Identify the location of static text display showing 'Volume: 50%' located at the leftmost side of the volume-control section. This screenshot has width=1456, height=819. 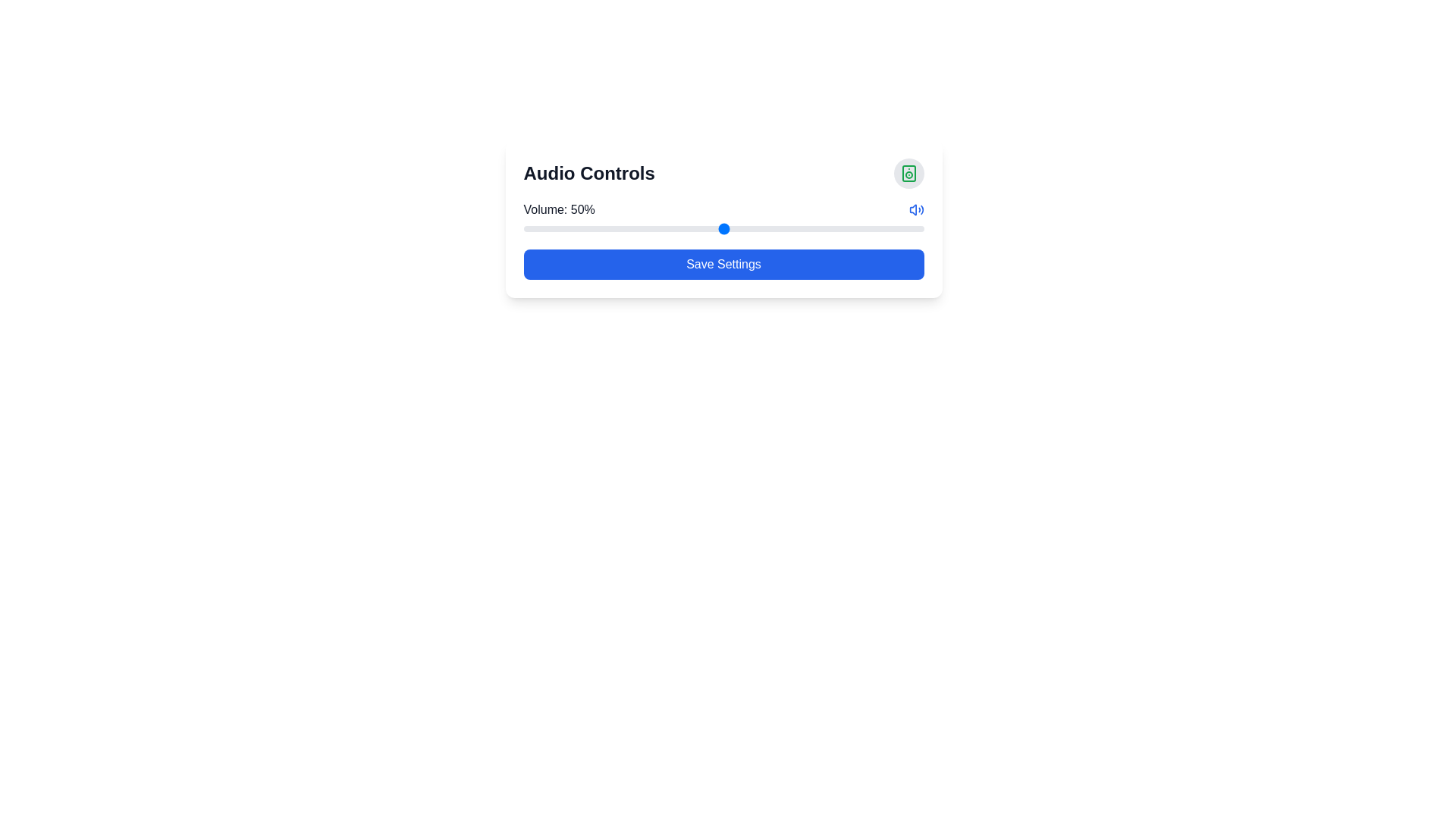
(558, 210).